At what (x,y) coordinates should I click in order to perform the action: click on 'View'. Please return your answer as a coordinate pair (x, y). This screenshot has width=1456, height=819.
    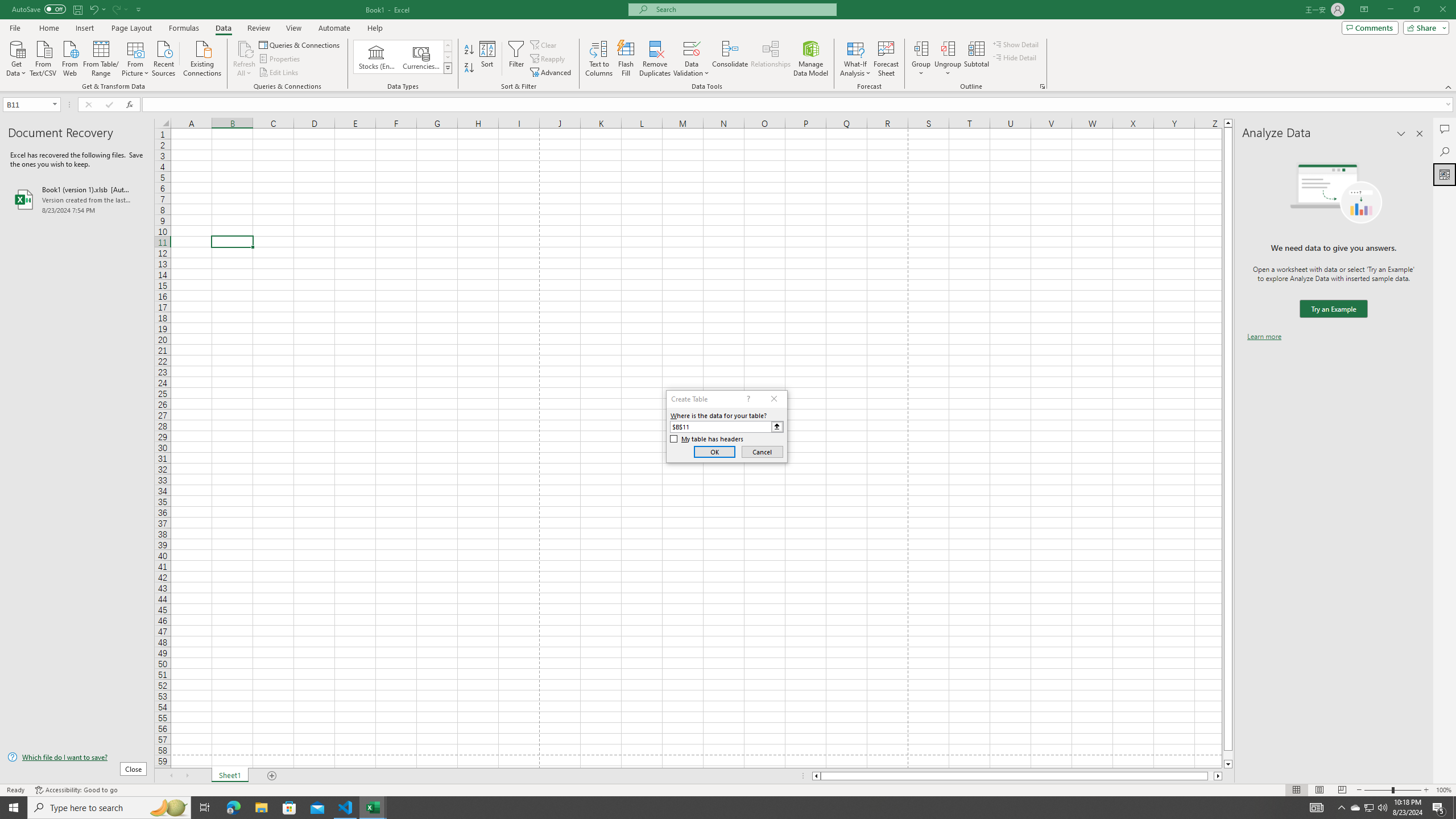
    Looking at the image, I should click on (292, 28).